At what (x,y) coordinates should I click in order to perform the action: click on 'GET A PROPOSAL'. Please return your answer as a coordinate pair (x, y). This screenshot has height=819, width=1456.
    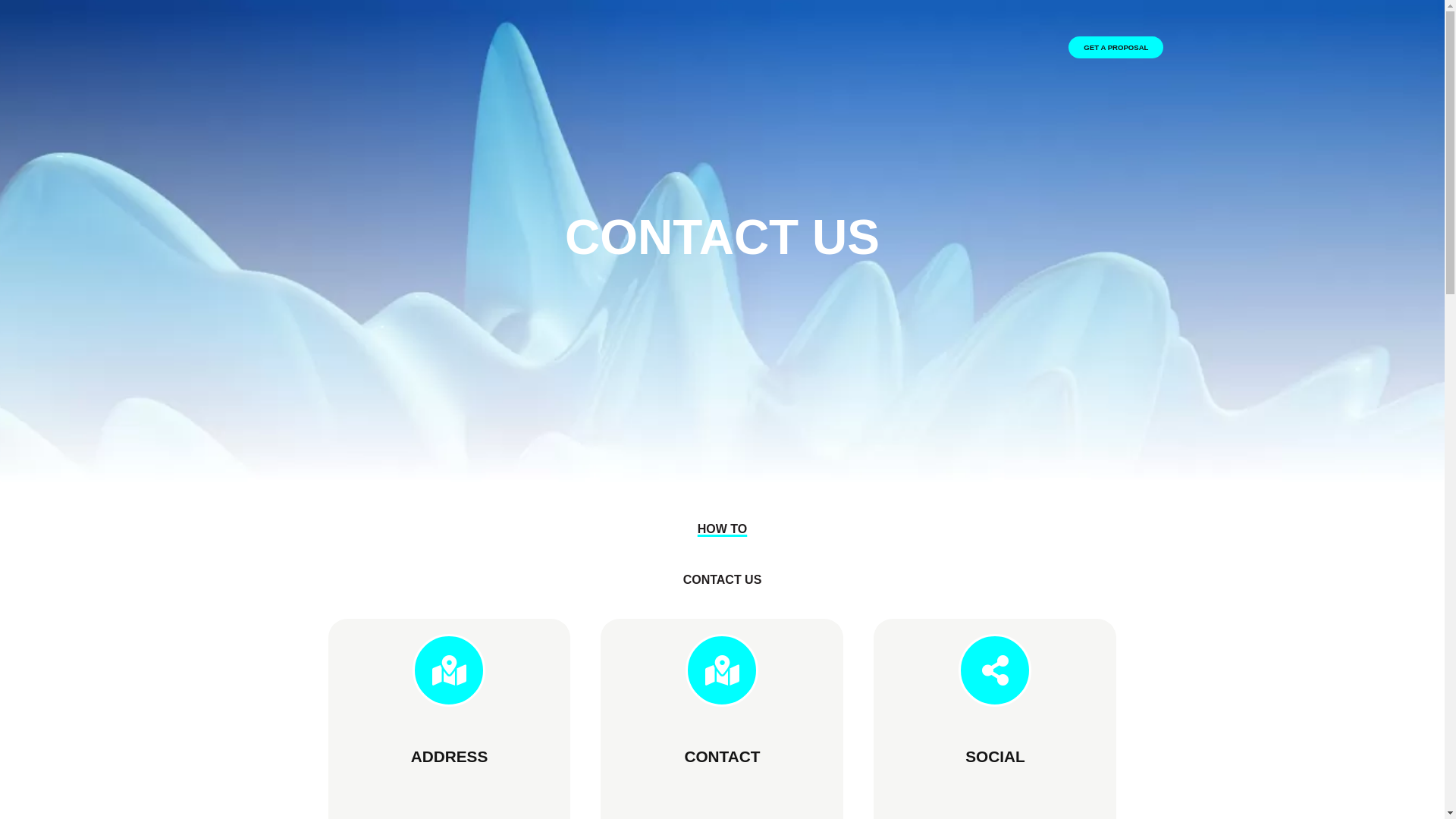
    Looking at the image, I should click on (1068, 46).